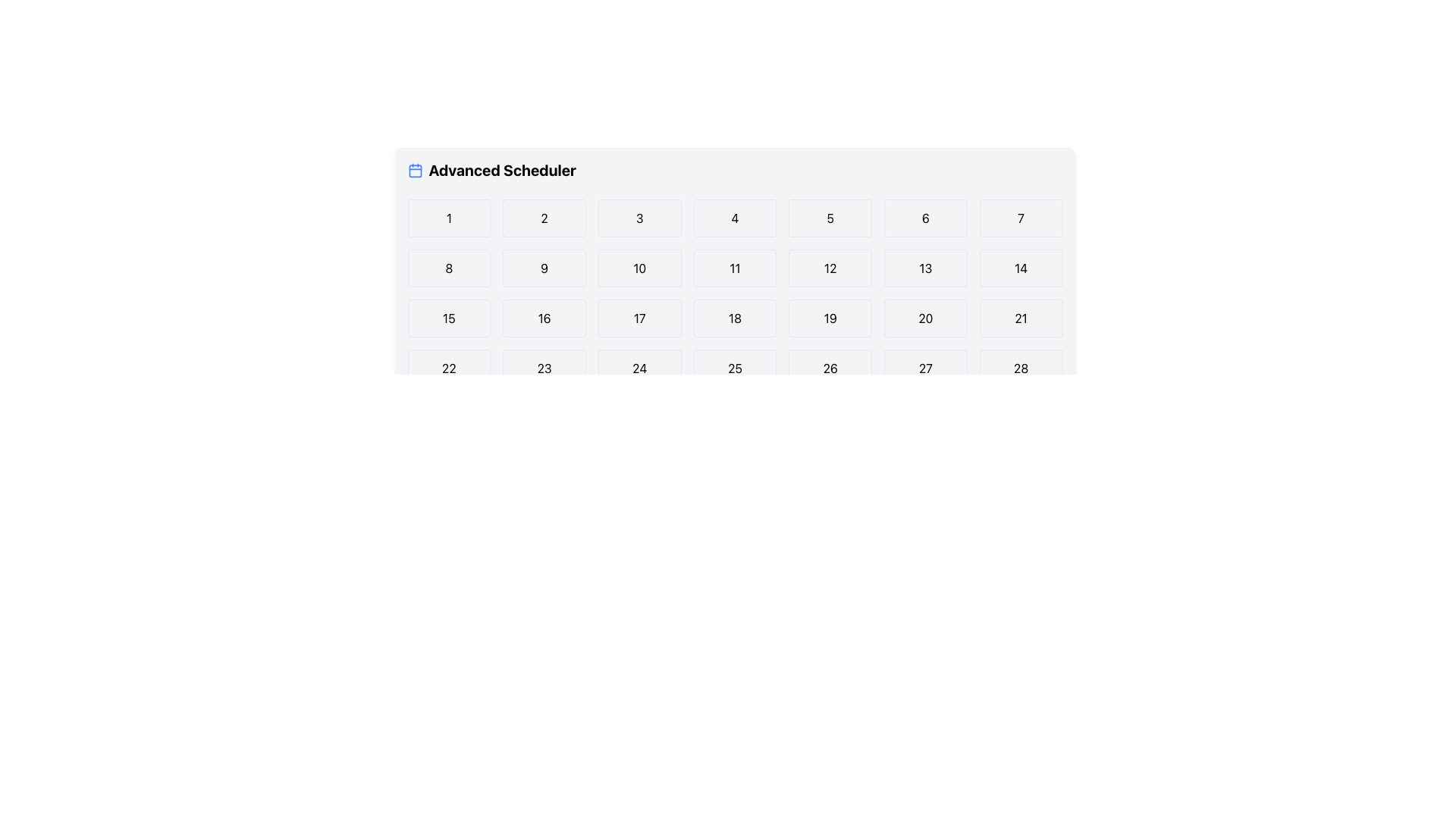 The height and width of the screenshot is (819, 1456). Describe the element at coordinates (735, 298) in the screenshot. I see `across the dates in the 'Advanced Scheduler' calendar component, which features a blue calendar icon and a grid layout of date buttons` at that location.